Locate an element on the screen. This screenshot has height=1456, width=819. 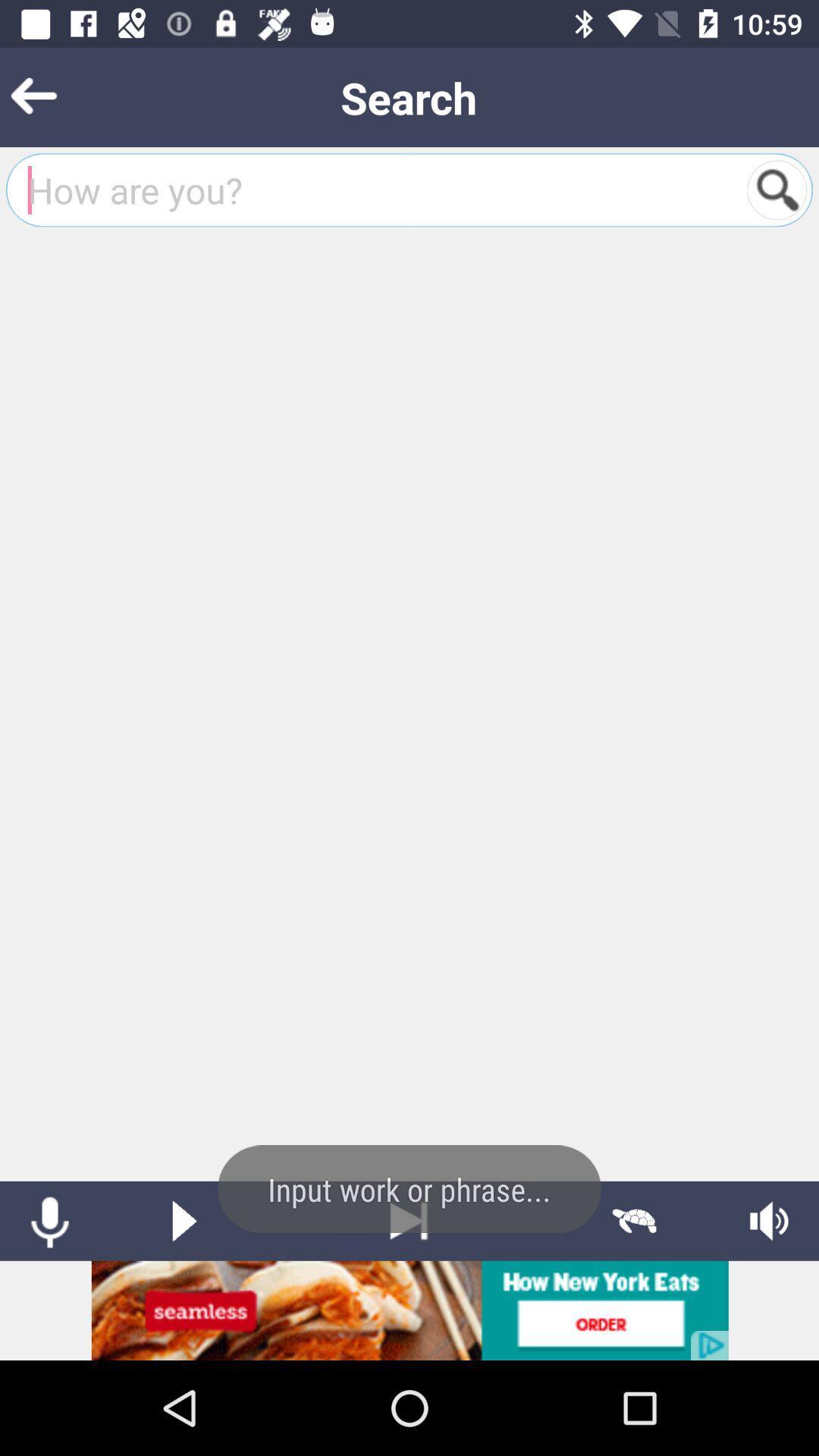
audio settings is located at coordinates (769, 1221).